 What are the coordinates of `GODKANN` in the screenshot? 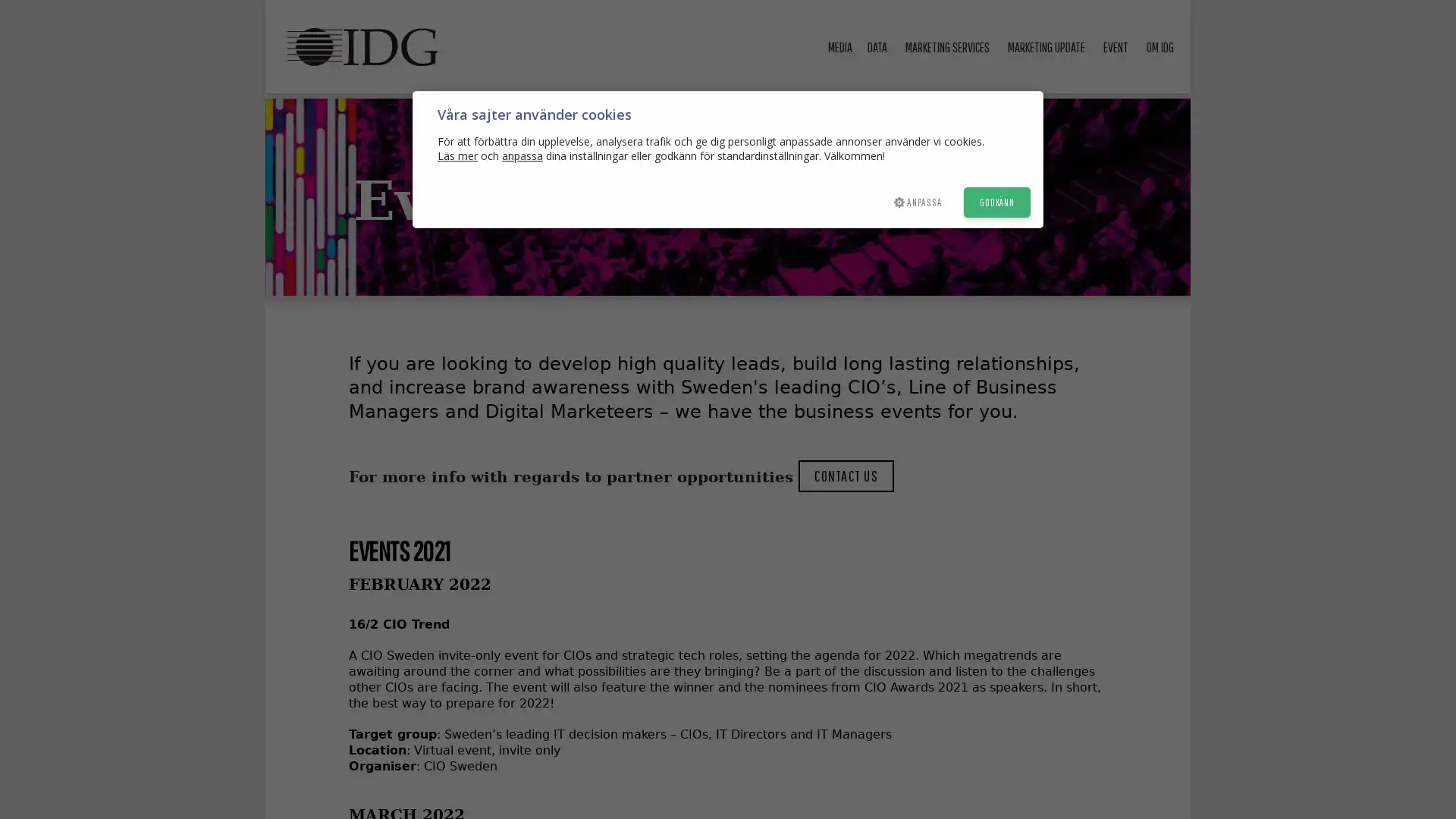 It's located at (996, 201).